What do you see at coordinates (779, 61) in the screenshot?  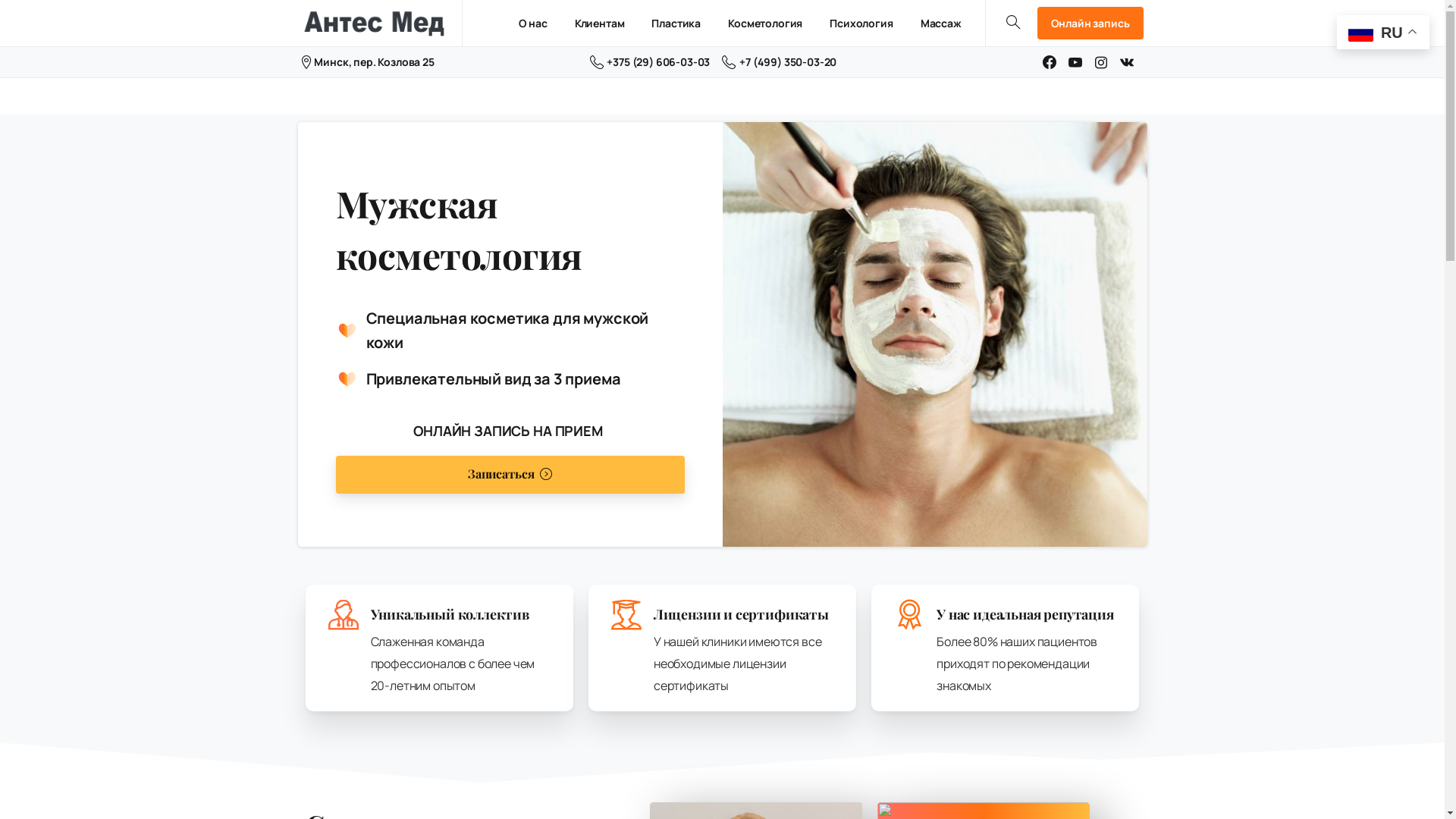 I see `'+7 (499) 350-03-20'` at bounding box center [779, 61].